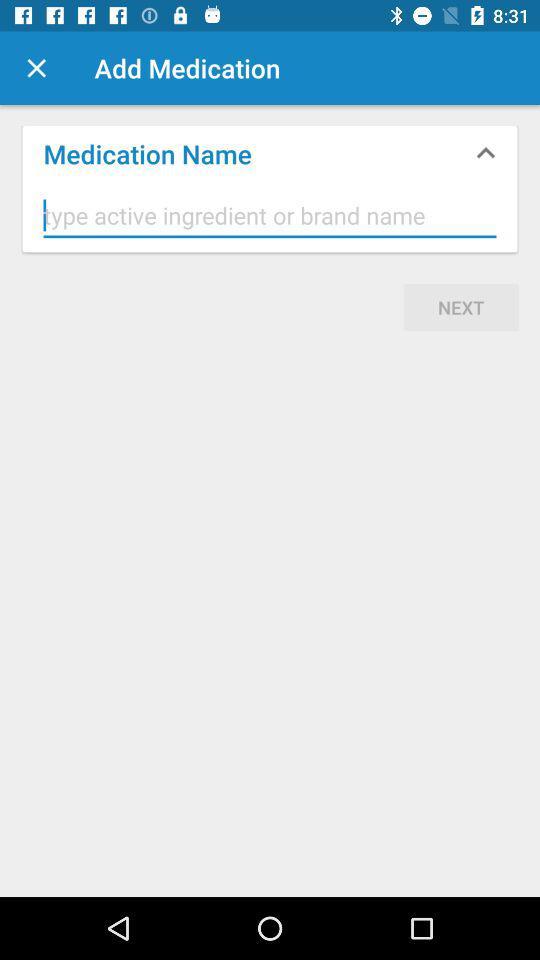 The image size is (540, 960). What do you see at coordinates (36, 68) in the screenshot?
I see `the item at the top left corner` at bounding box center [36, 68].